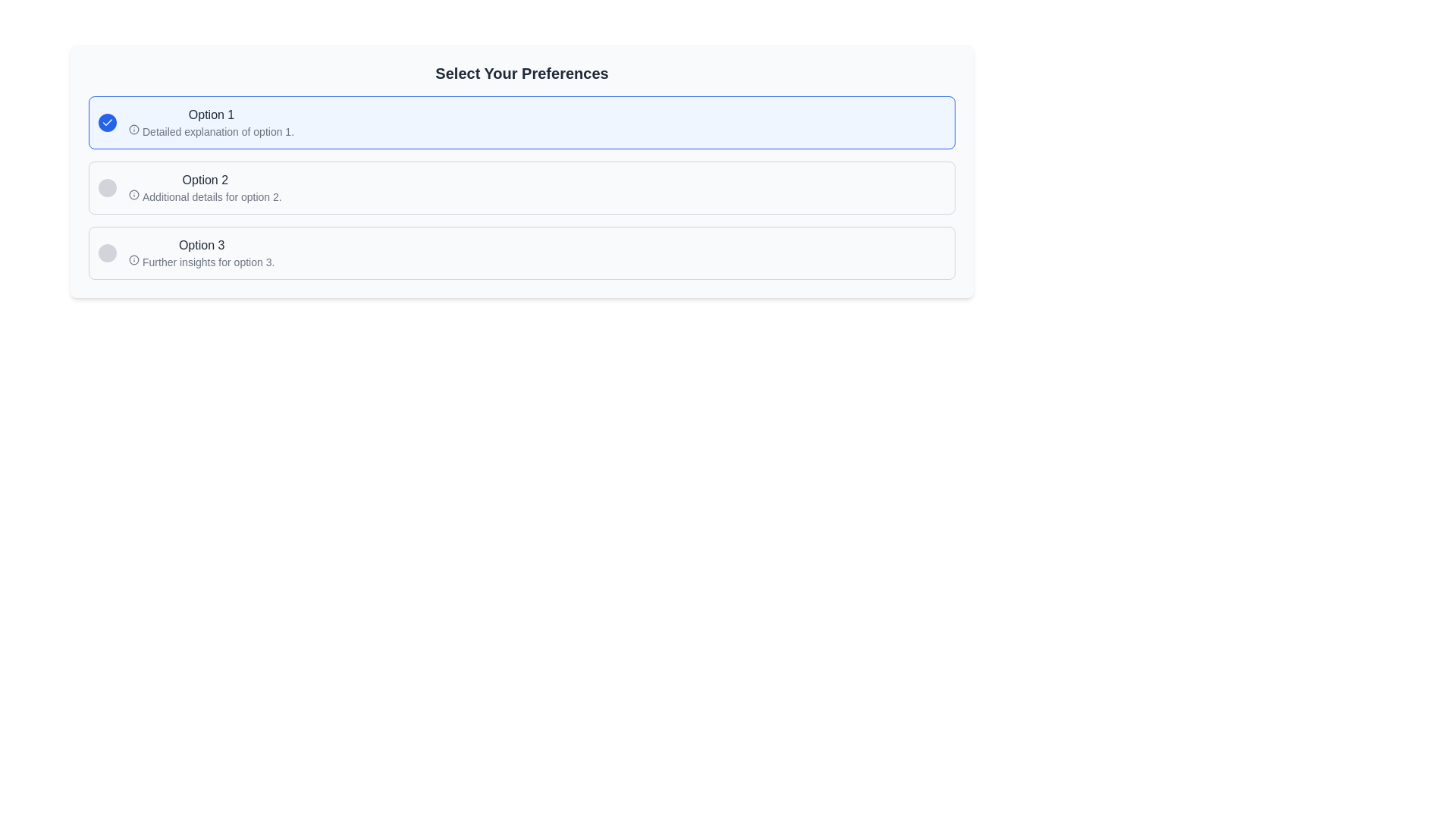 The width and height of the screenshot is (1456, 819). Describe the element at coordinates (210, 122) in the screenshot. I see `content displayed in the Textual display block, which shows the title and description of the first selectable option in the vertically stacked list` at that location.